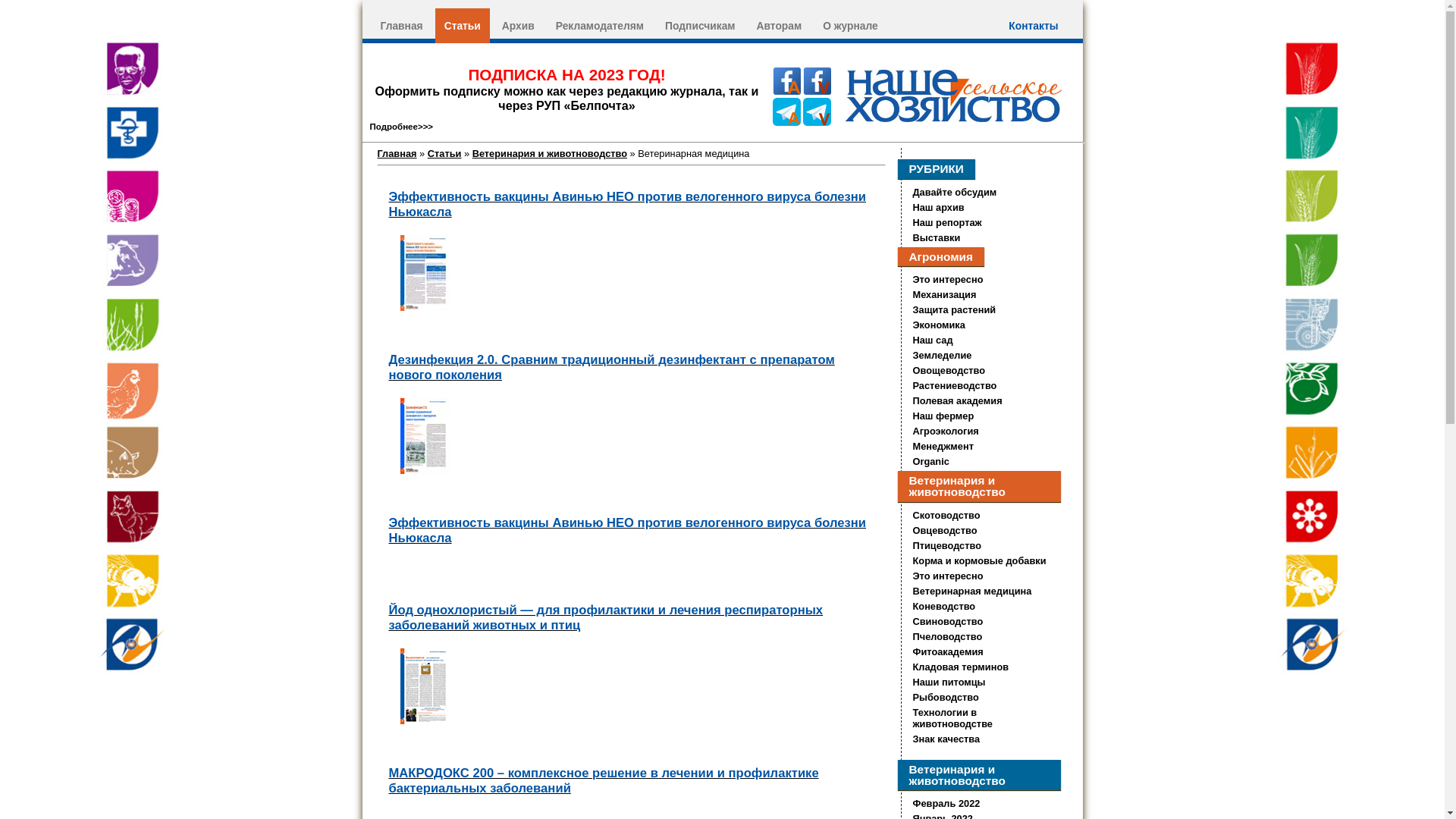  What do you see at coordinates (930, 460) in the screenshot?
I see `'Organic'` at bounding box center [930, 460].